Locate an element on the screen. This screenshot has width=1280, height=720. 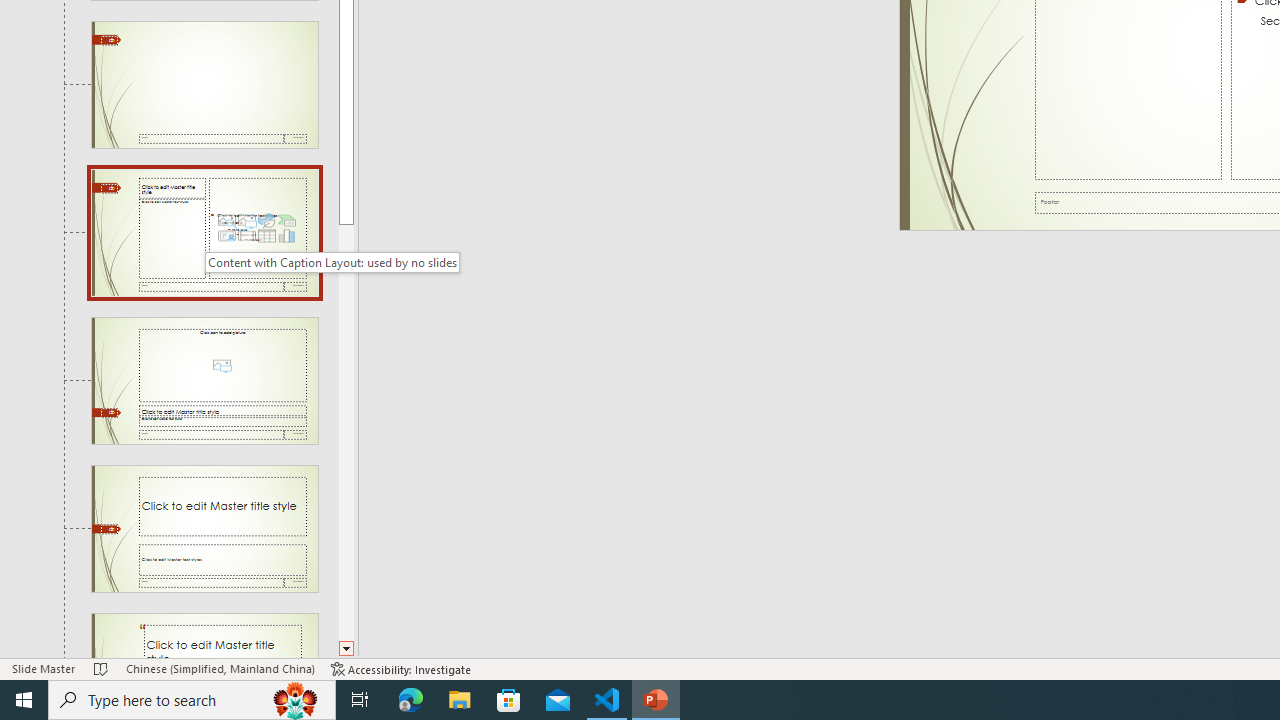
'Slide Picture with Caption Layout: used by no slides' is located at coordinates (204, 381).